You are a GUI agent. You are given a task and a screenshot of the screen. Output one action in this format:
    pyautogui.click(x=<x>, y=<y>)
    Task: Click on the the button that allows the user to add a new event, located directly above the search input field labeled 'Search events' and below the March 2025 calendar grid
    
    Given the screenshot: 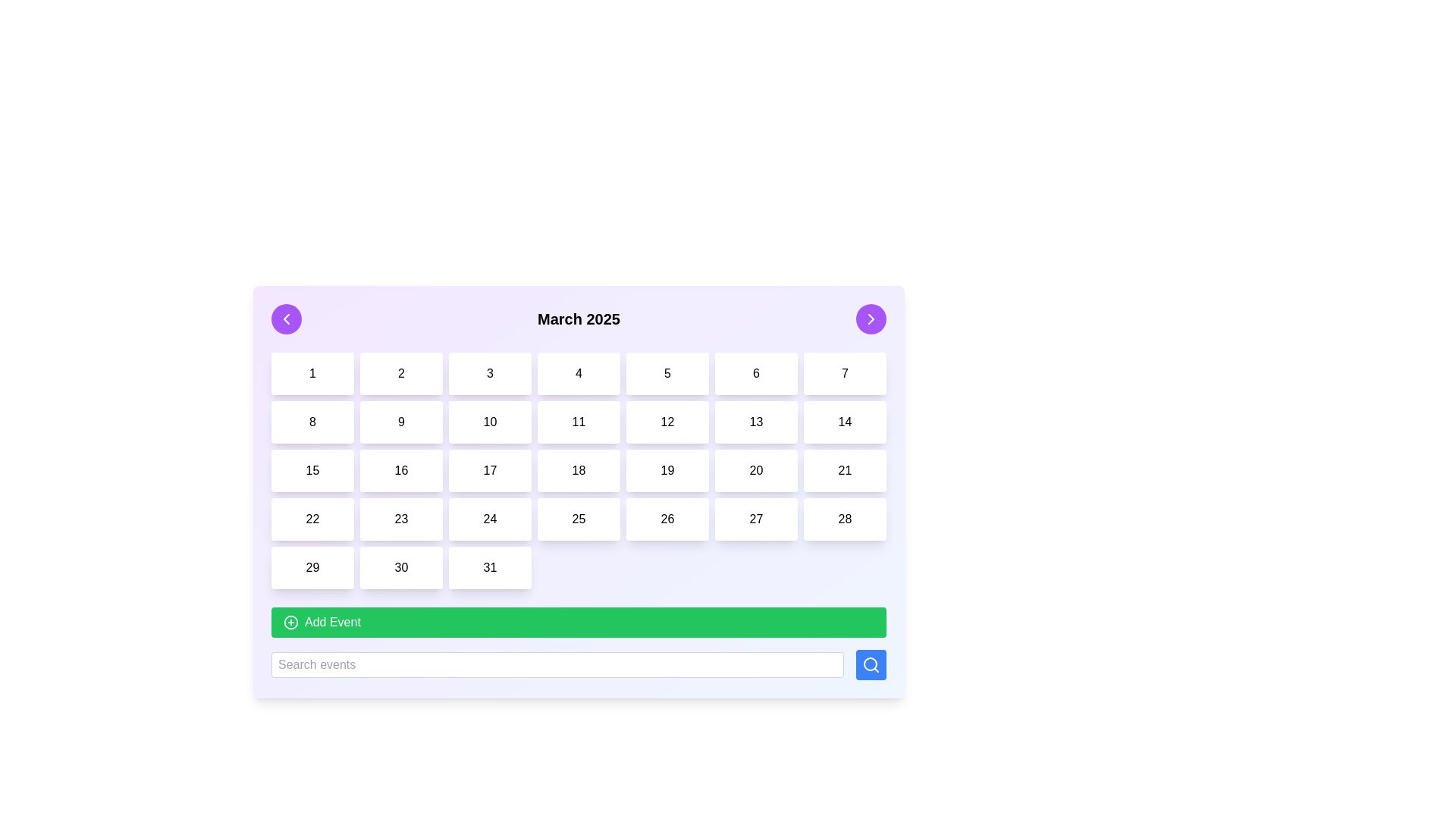 What is the action you would take?
    pyautogui.click(x=578, y=643)
    